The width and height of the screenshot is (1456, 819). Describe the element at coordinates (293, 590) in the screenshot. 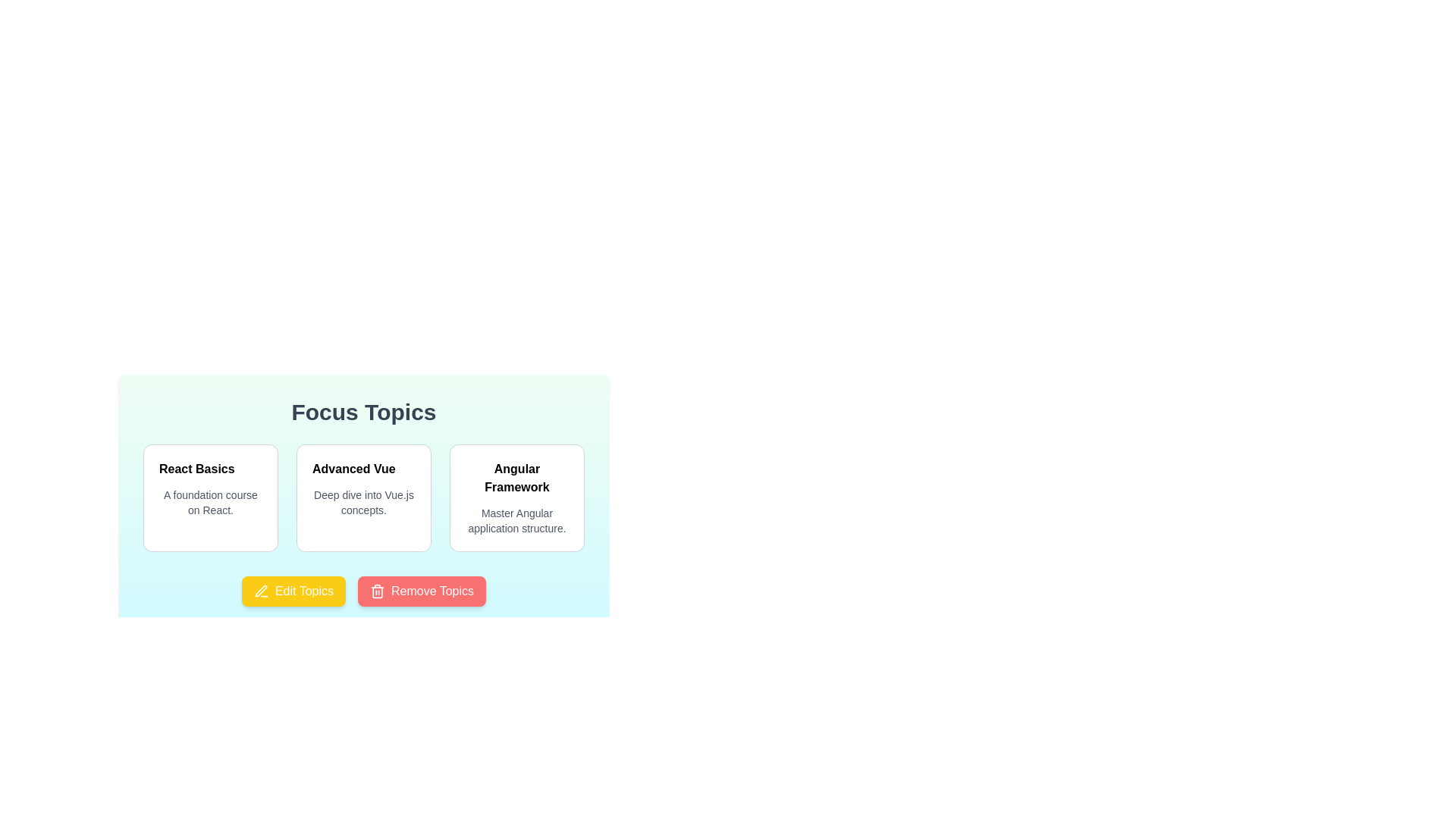

I see `the 'Edit Topics' button` at that location.